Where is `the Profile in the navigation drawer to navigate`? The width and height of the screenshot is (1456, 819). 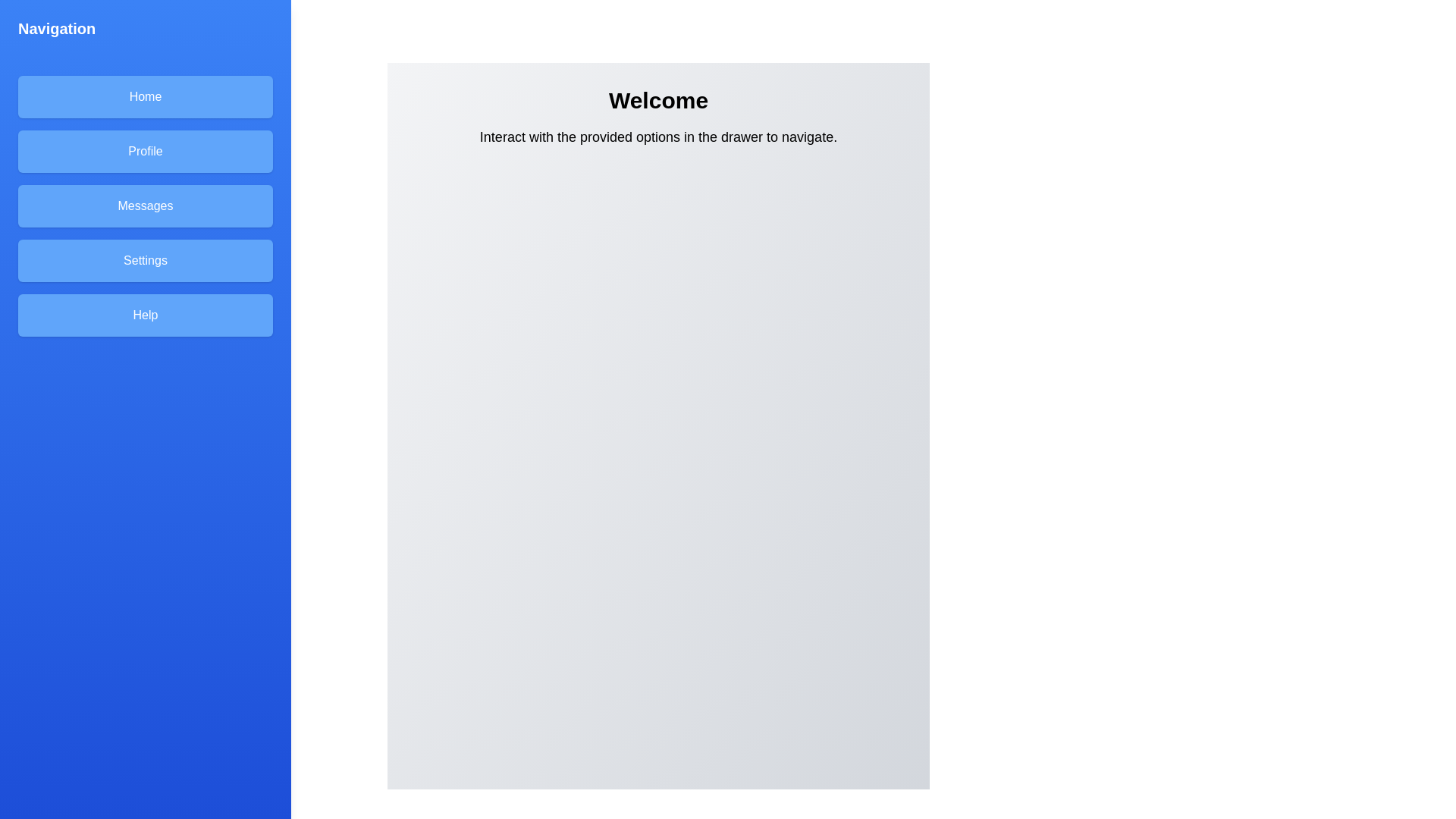 the Profile in the navigation drawer to navigate is located at coordinates (146, 152).